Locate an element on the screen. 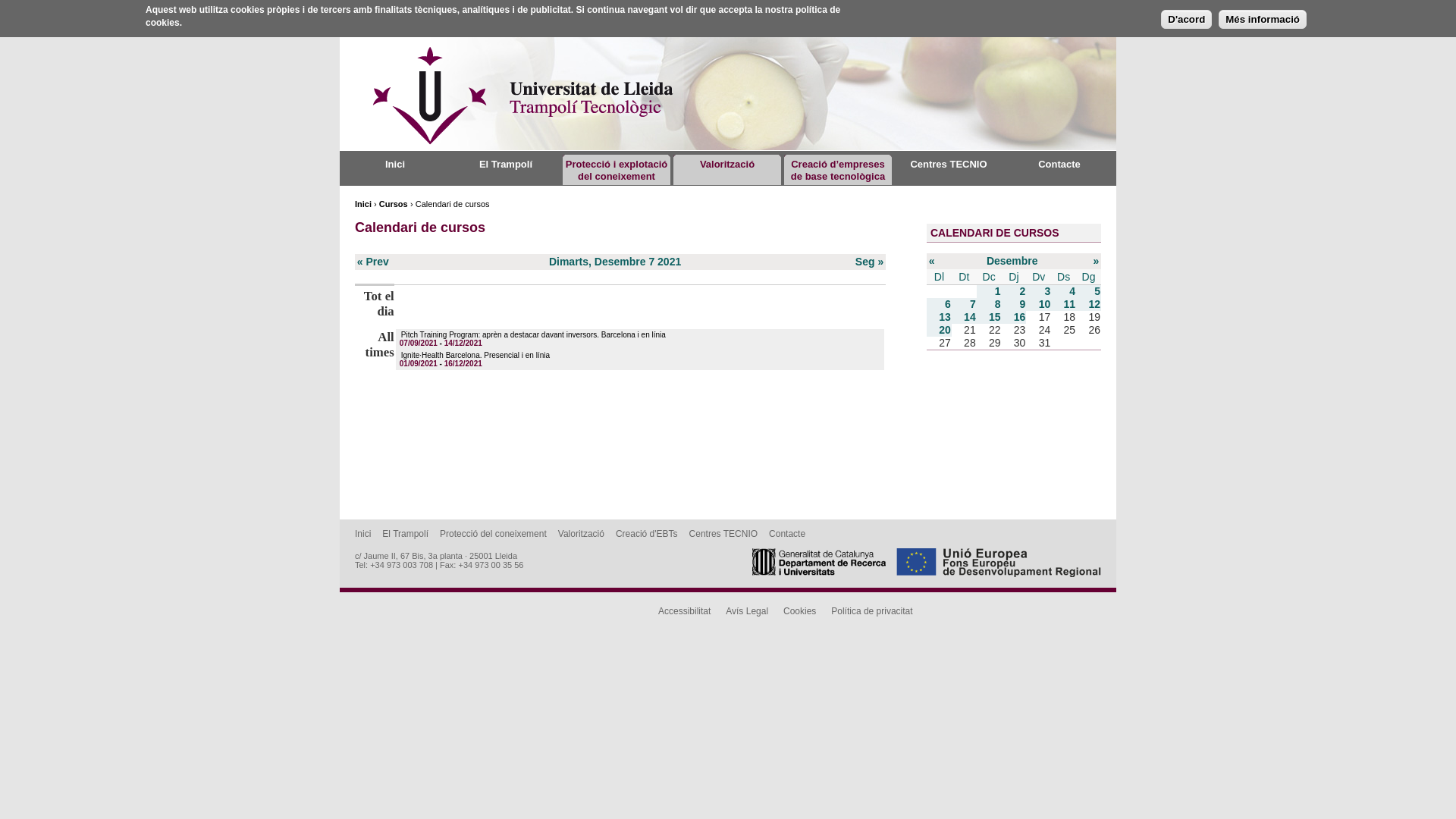  '7' is located at coordinates (972, 304).